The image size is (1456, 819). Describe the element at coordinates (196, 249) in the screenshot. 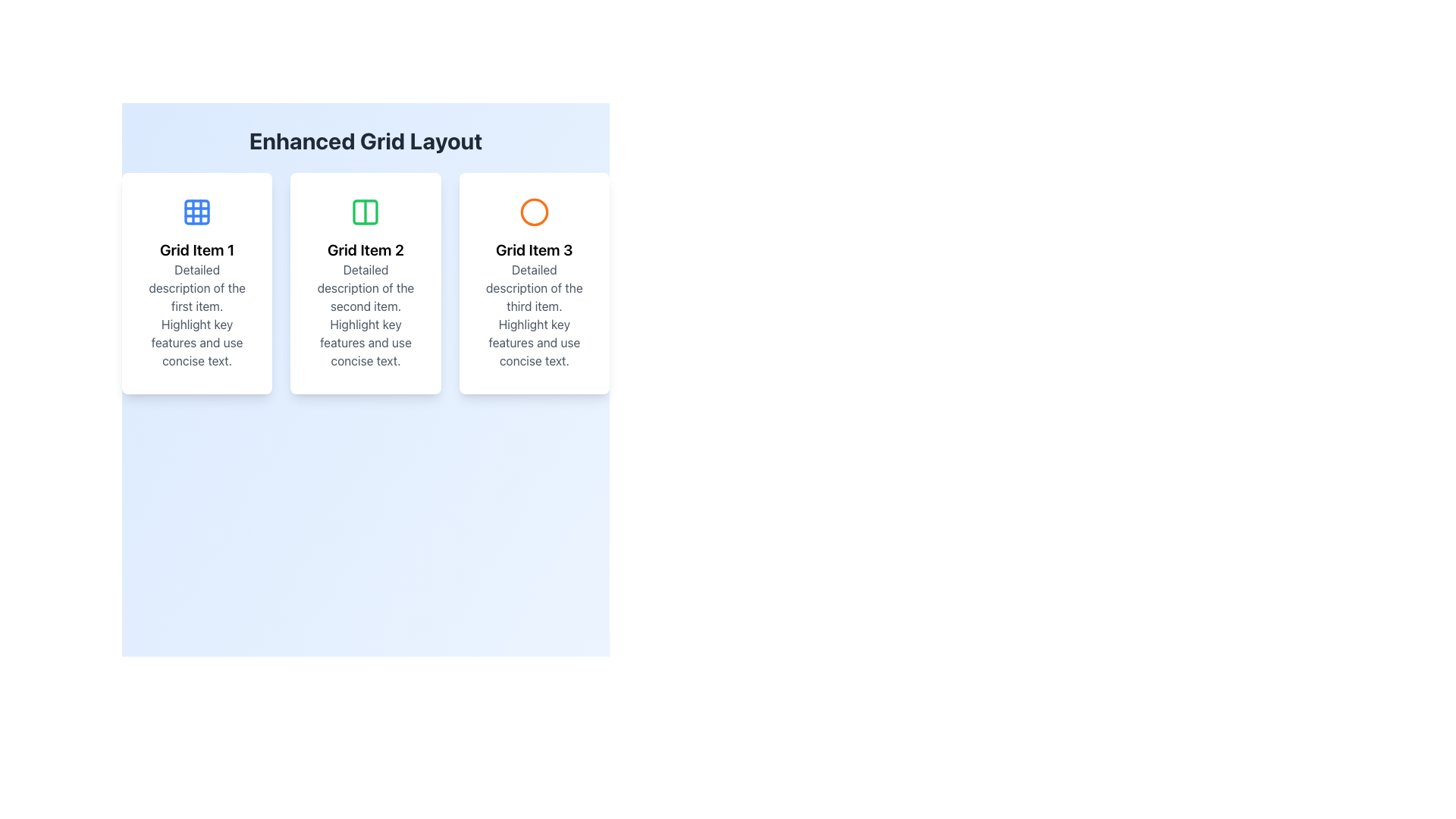

I see `the header element styled with the text 'Grid Item 1', which is bold and prominently placed near the top-center of the first card in the grid layout` at that location.